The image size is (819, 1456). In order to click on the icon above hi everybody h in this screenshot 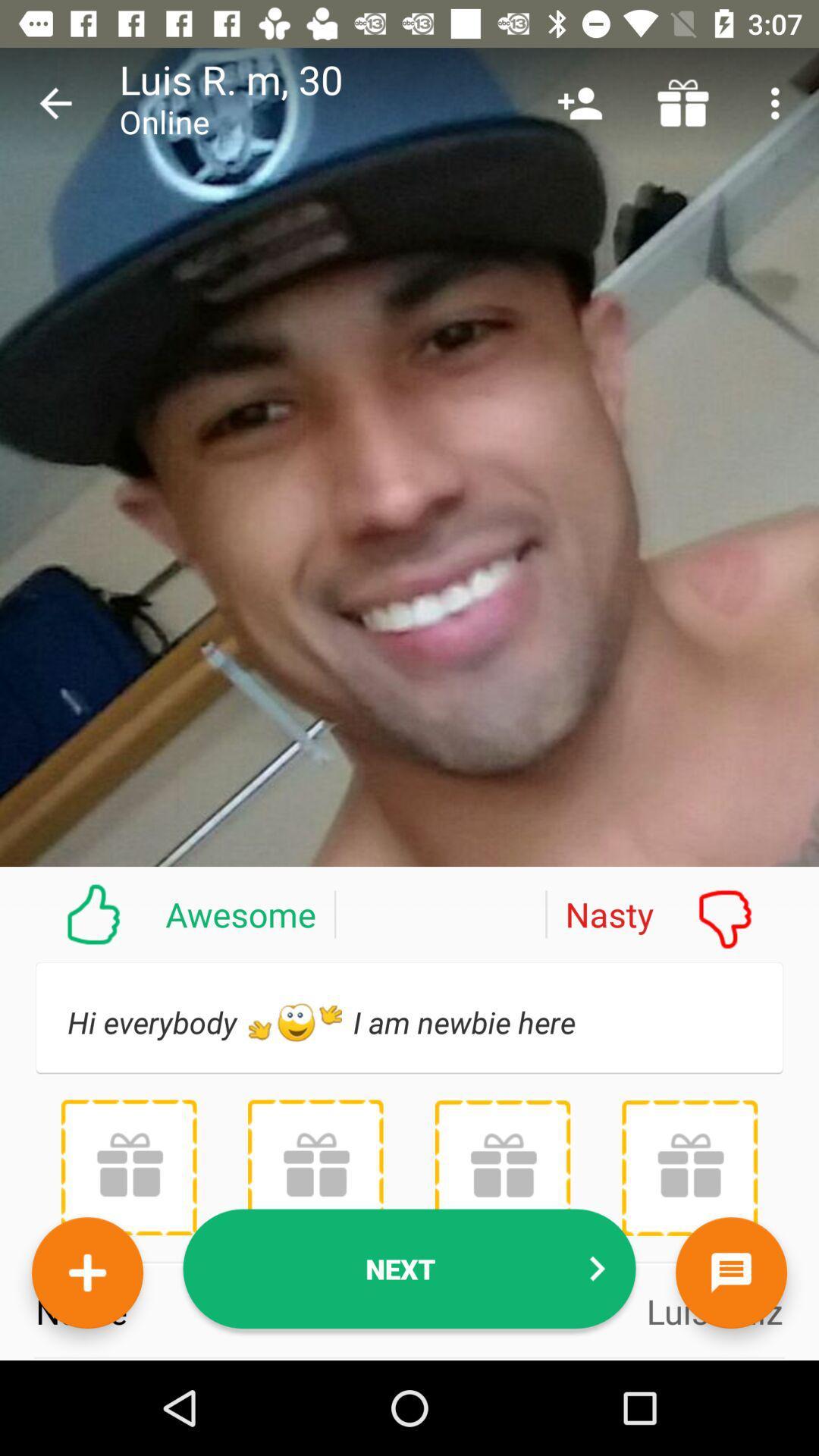, I will do `click(168, 913)`.